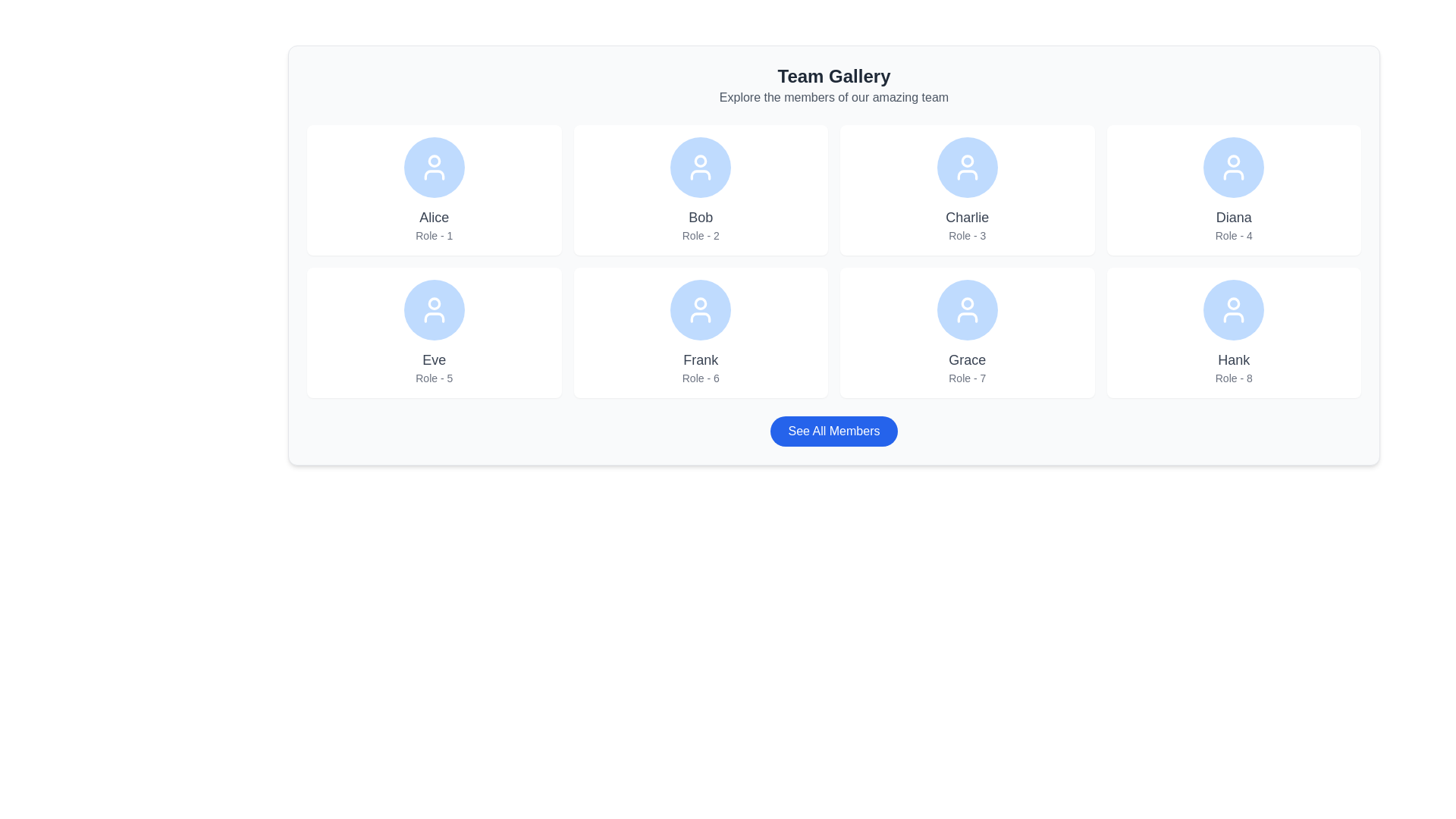 This screenshot has width=1456, height=819. I want to click on the circular icon with a blue background and white user silhouette, located in the second row of a 4x2 grid layout, above the text 'Frank Role - 6', so click(700, 309).